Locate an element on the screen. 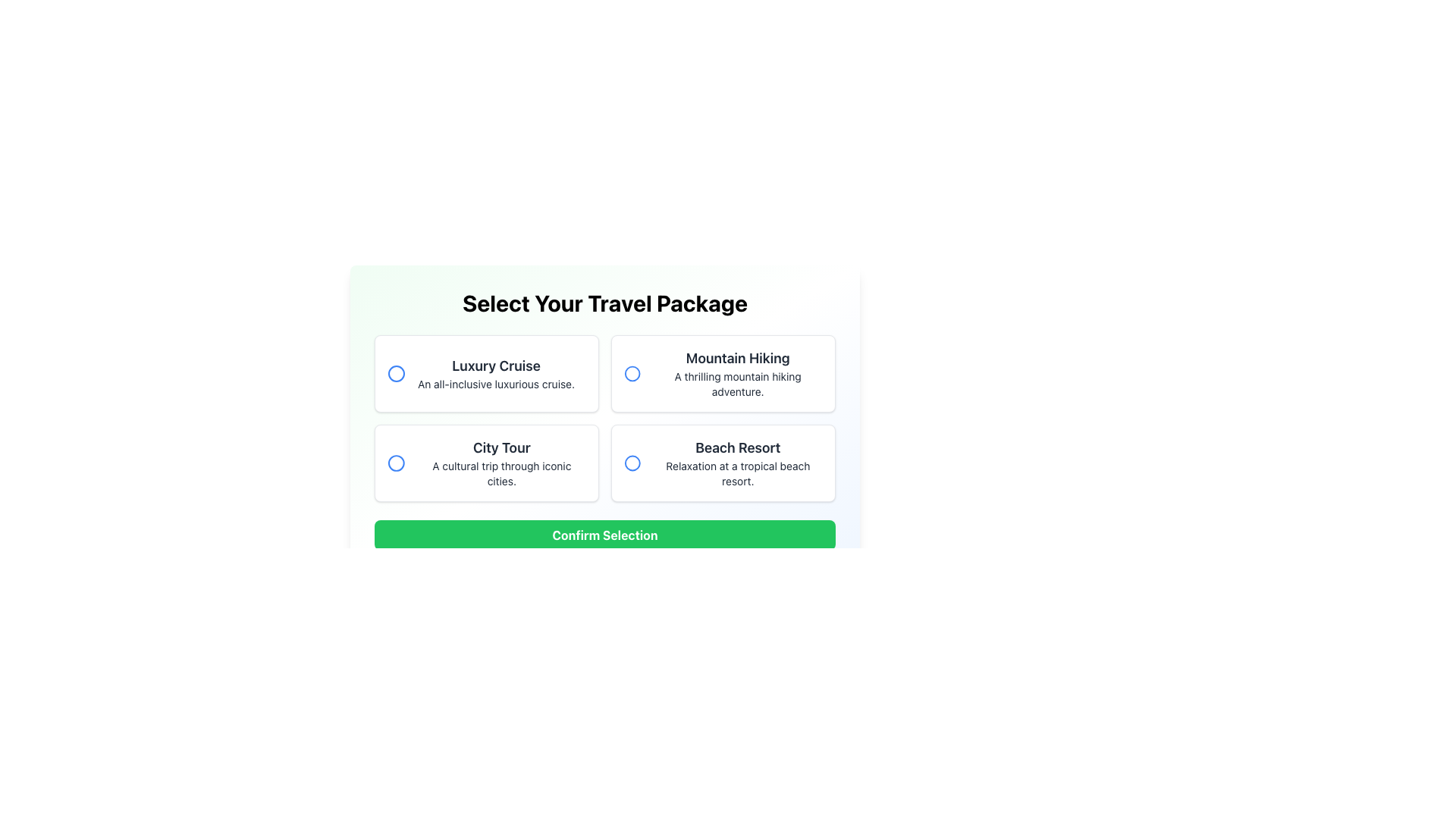 The height and width of the screenshot is (819, 1456). the circular SVG icon with a blue border positioned to the left of the 'Luxury Cruise' package option is located at coordinates (397, 374).